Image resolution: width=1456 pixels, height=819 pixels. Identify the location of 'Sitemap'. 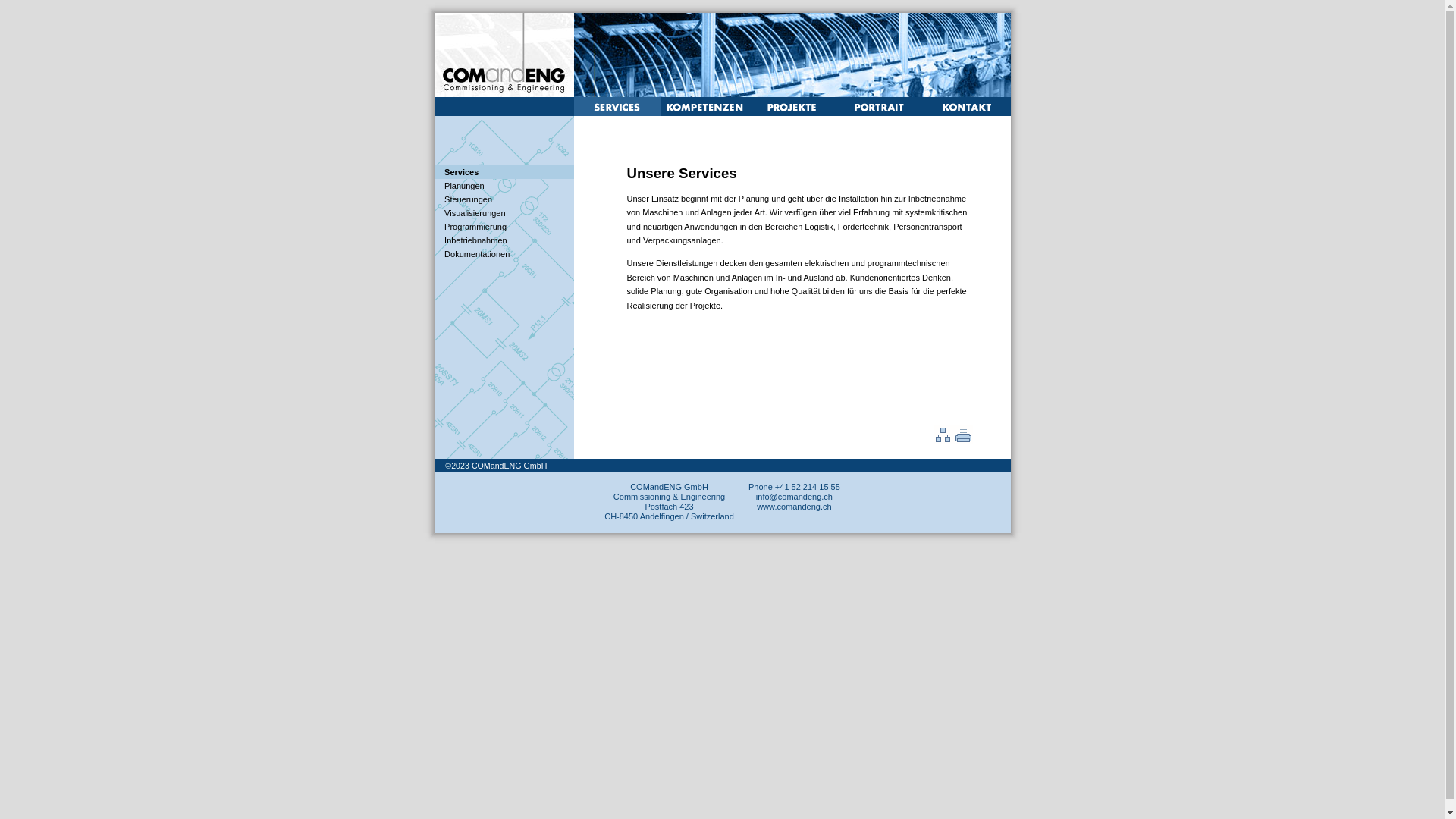
(942, 441).